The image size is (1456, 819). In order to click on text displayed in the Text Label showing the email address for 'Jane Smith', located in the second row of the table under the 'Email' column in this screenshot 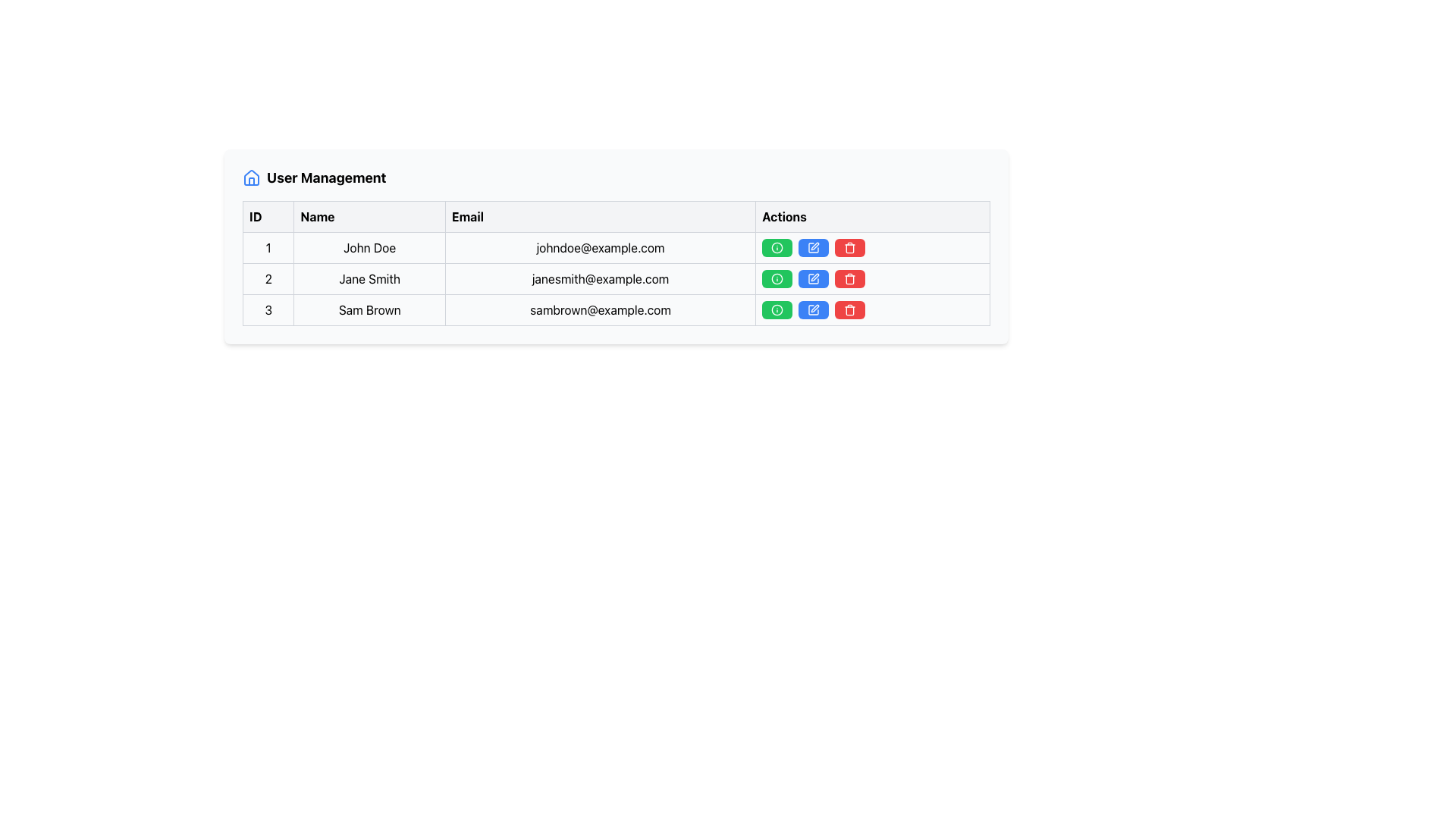, I will do `click(600, 278)`.